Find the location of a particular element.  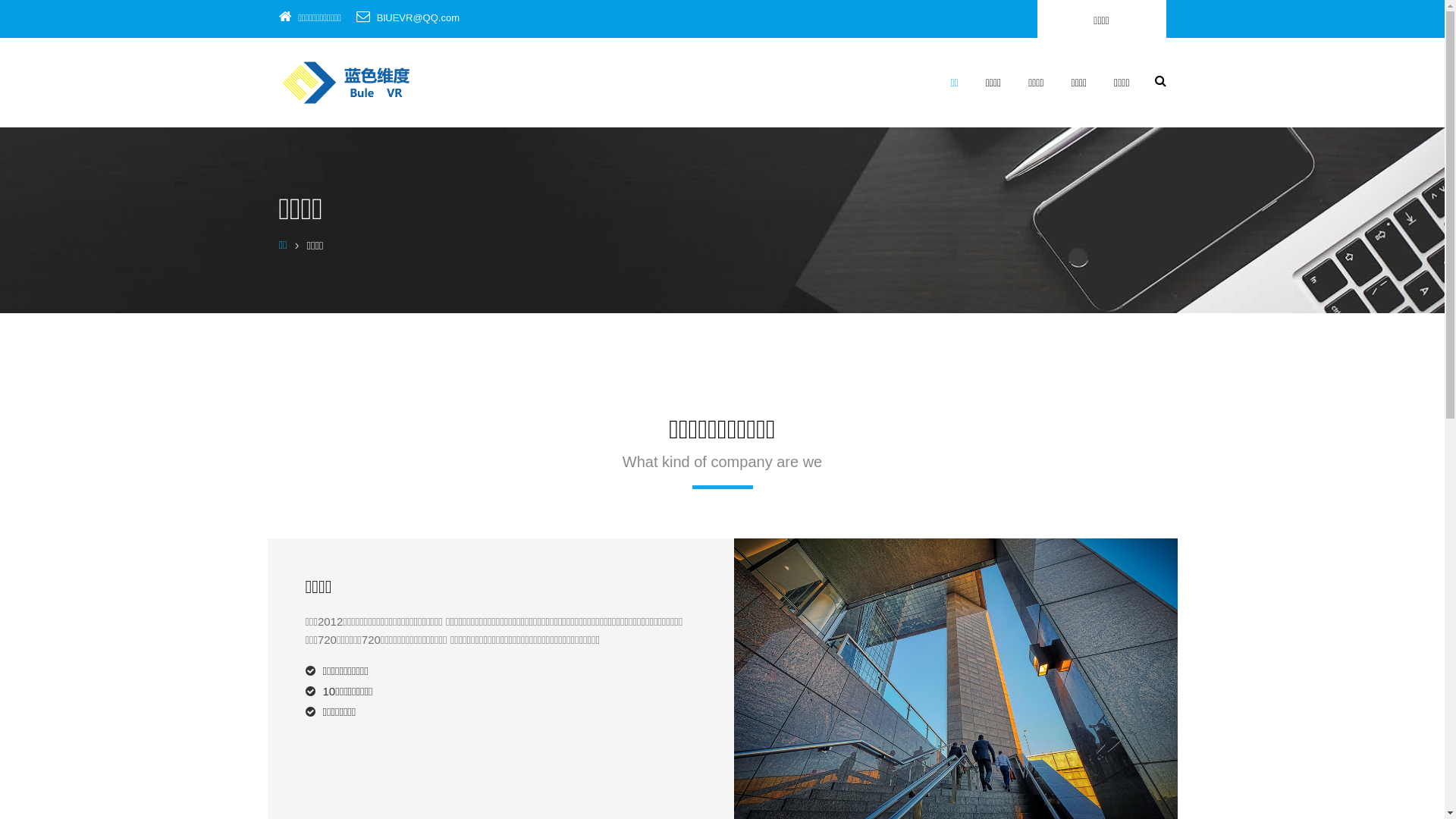

'BlUEVR@QQ.com' is located at coordinates (377, 17).